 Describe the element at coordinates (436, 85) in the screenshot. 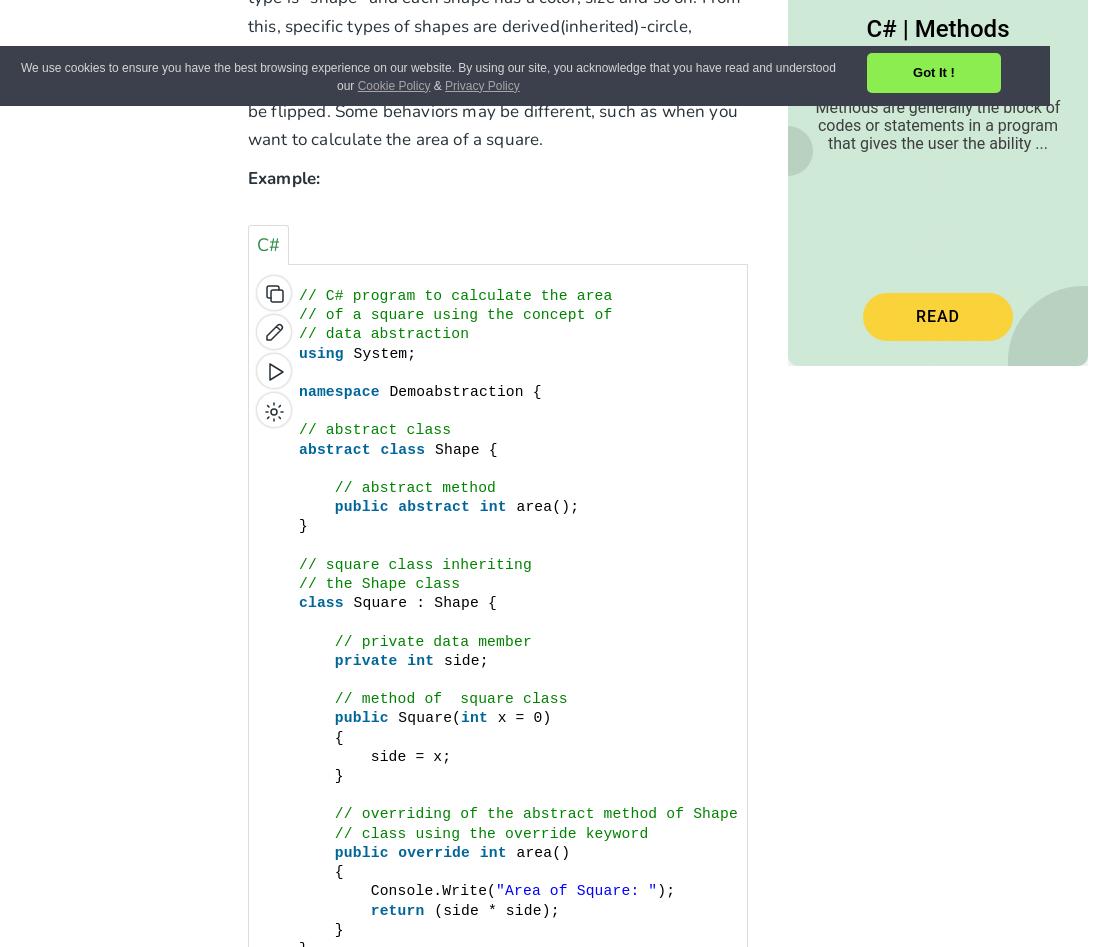

I see `'&'` at that location.